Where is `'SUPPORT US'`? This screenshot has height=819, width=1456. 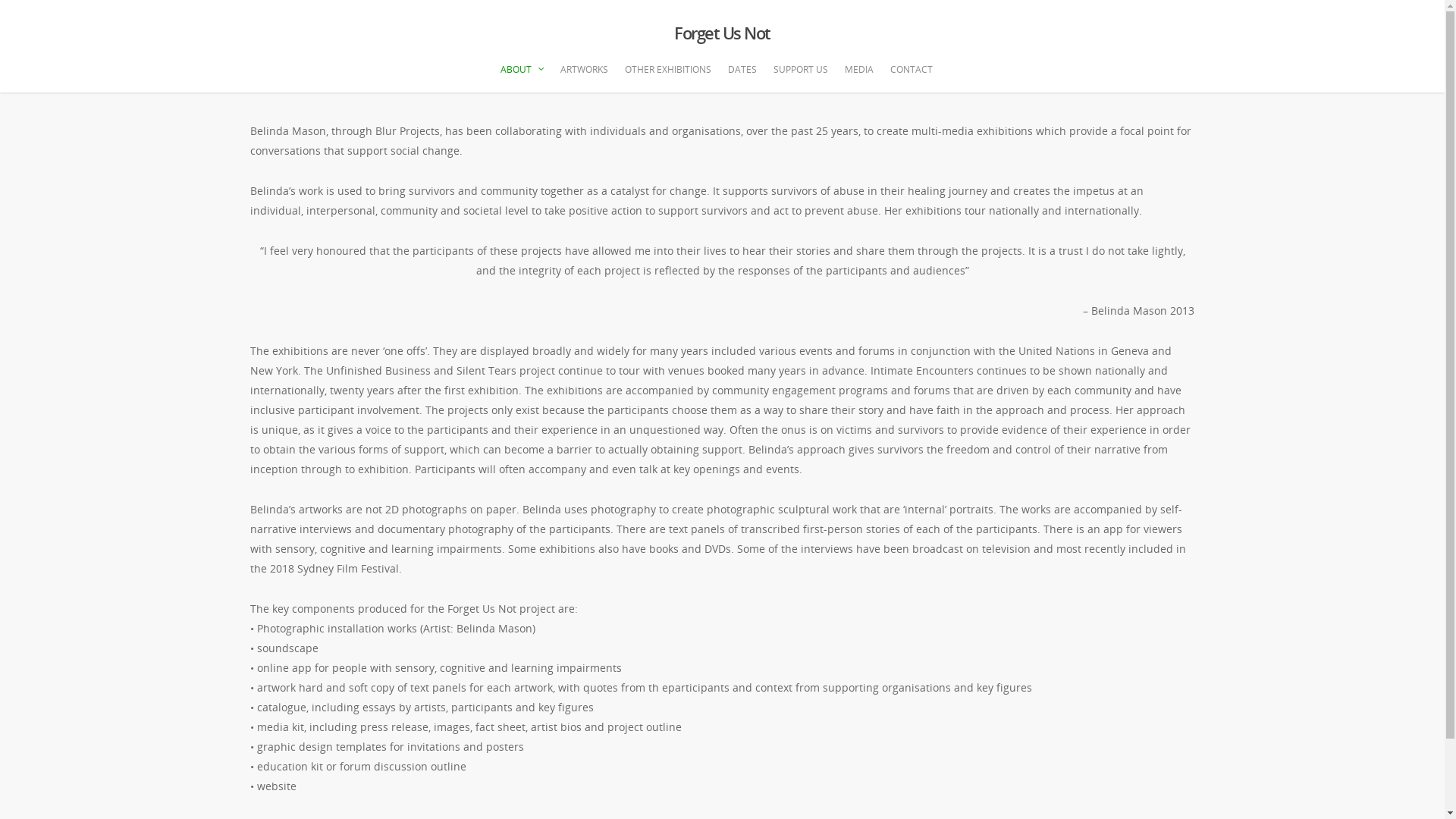
'SUPPORT US' is located at coordinates (800, 77).